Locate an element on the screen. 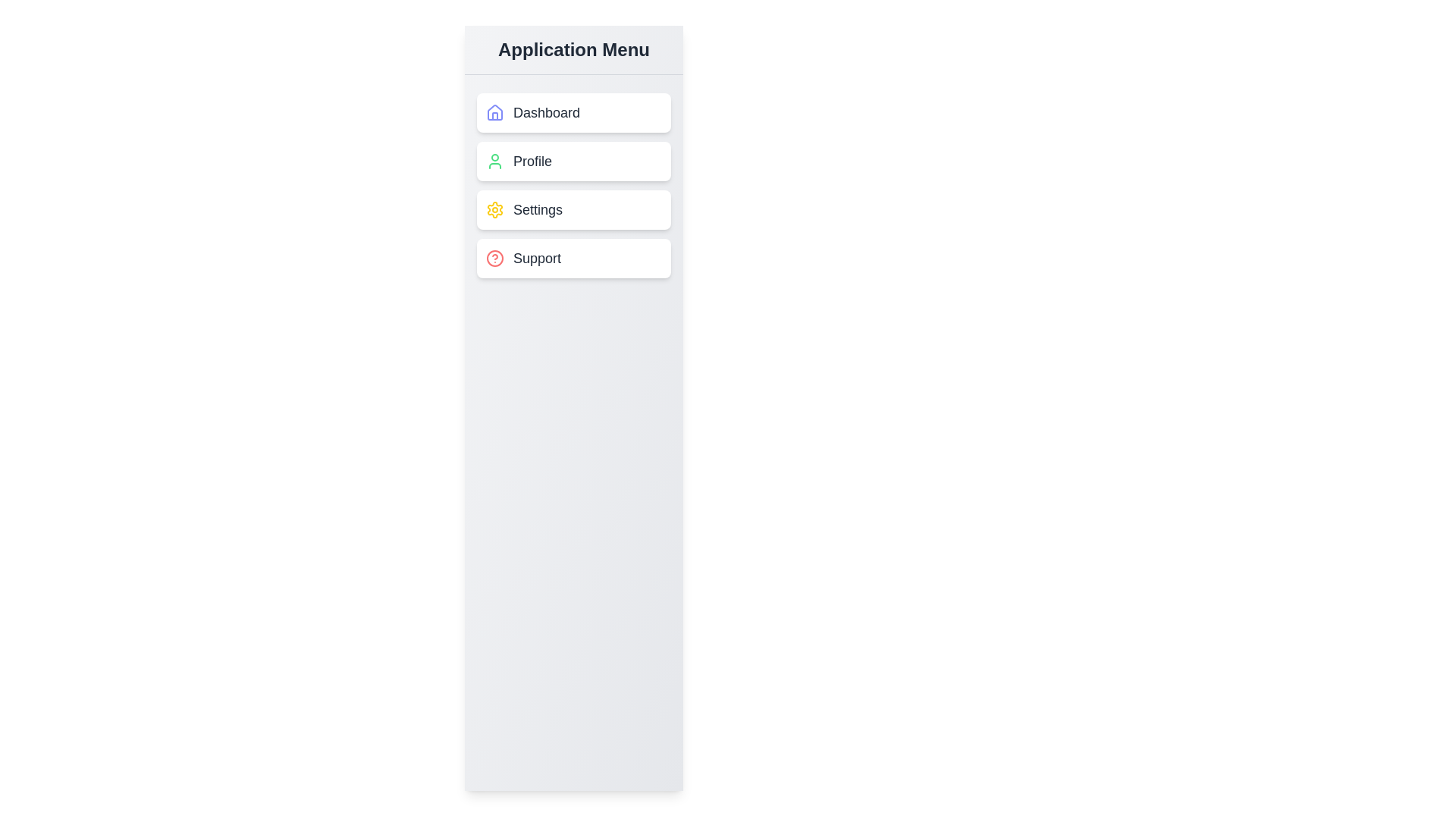  the menu item Settings is located at coordinates (573, 210).